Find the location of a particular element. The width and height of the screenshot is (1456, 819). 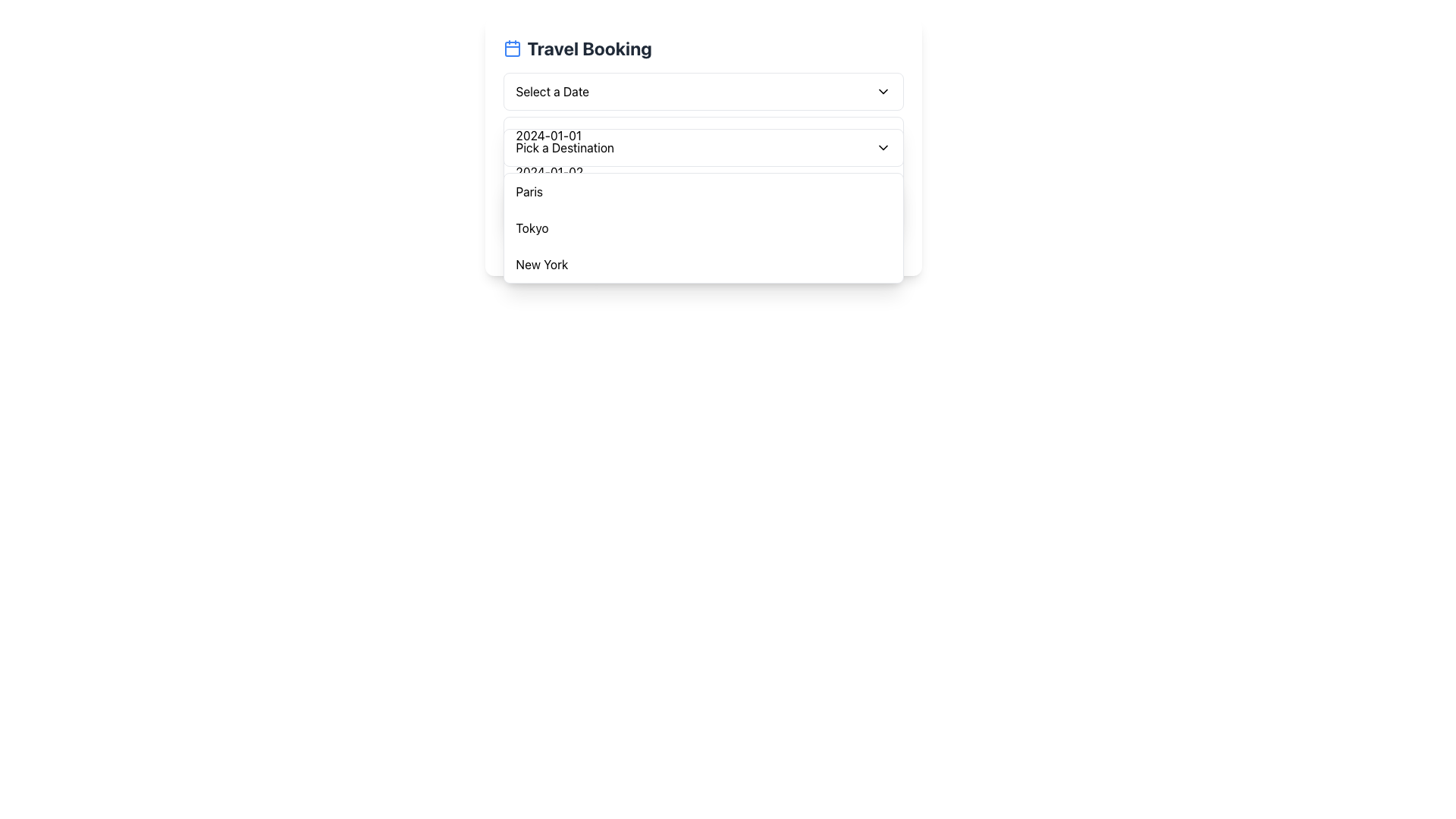

the calendar icon located to the left of the 'Travel Booking' title in the header section of the interface is located at coordinates (512, 48).